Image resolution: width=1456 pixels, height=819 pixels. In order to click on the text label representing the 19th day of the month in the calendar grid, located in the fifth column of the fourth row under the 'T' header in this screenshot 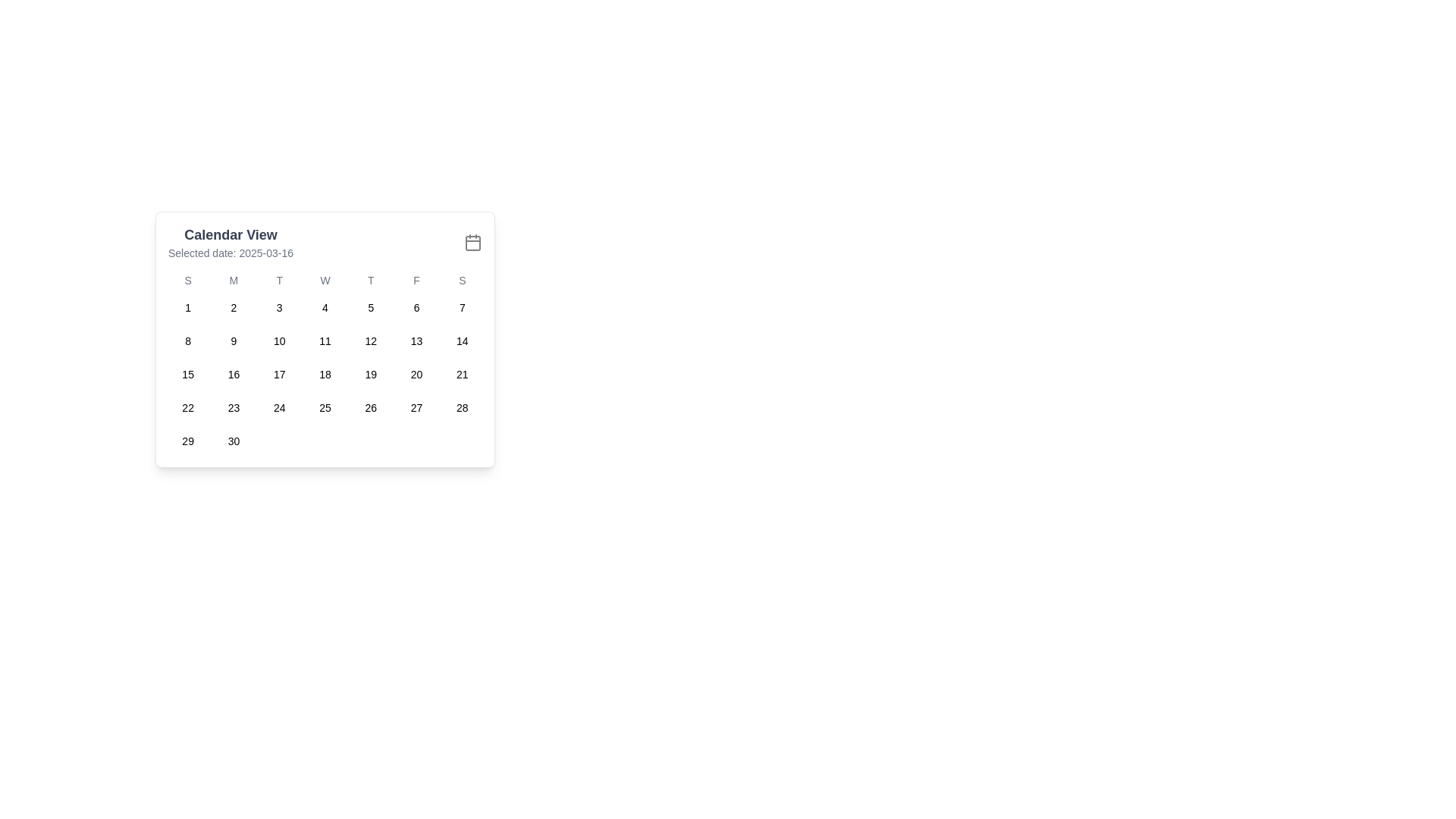, I will do `click(371, 374)`.